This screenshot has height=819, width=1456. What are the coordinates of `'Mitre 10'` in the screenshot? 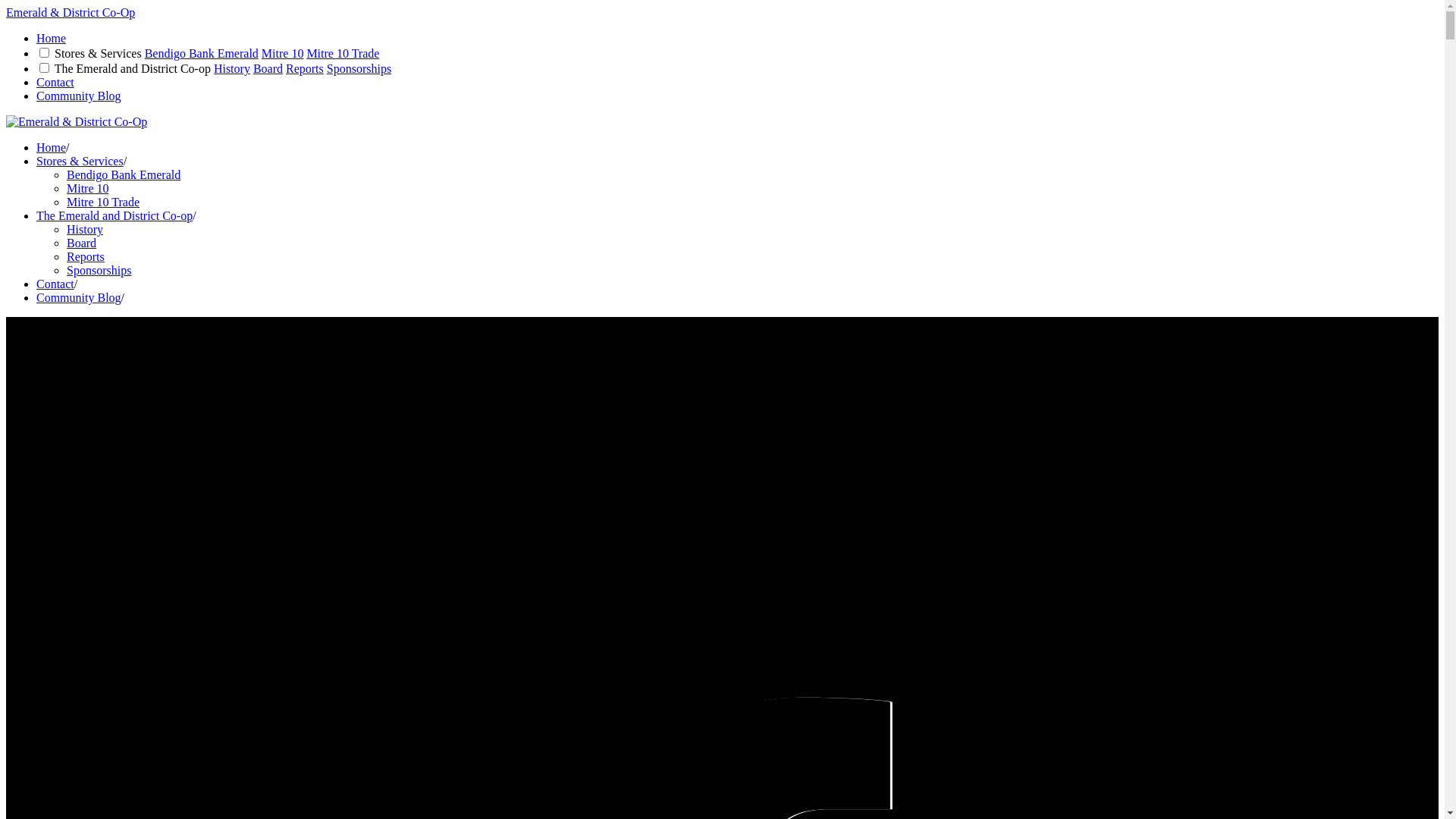 It's located at (86, 187).